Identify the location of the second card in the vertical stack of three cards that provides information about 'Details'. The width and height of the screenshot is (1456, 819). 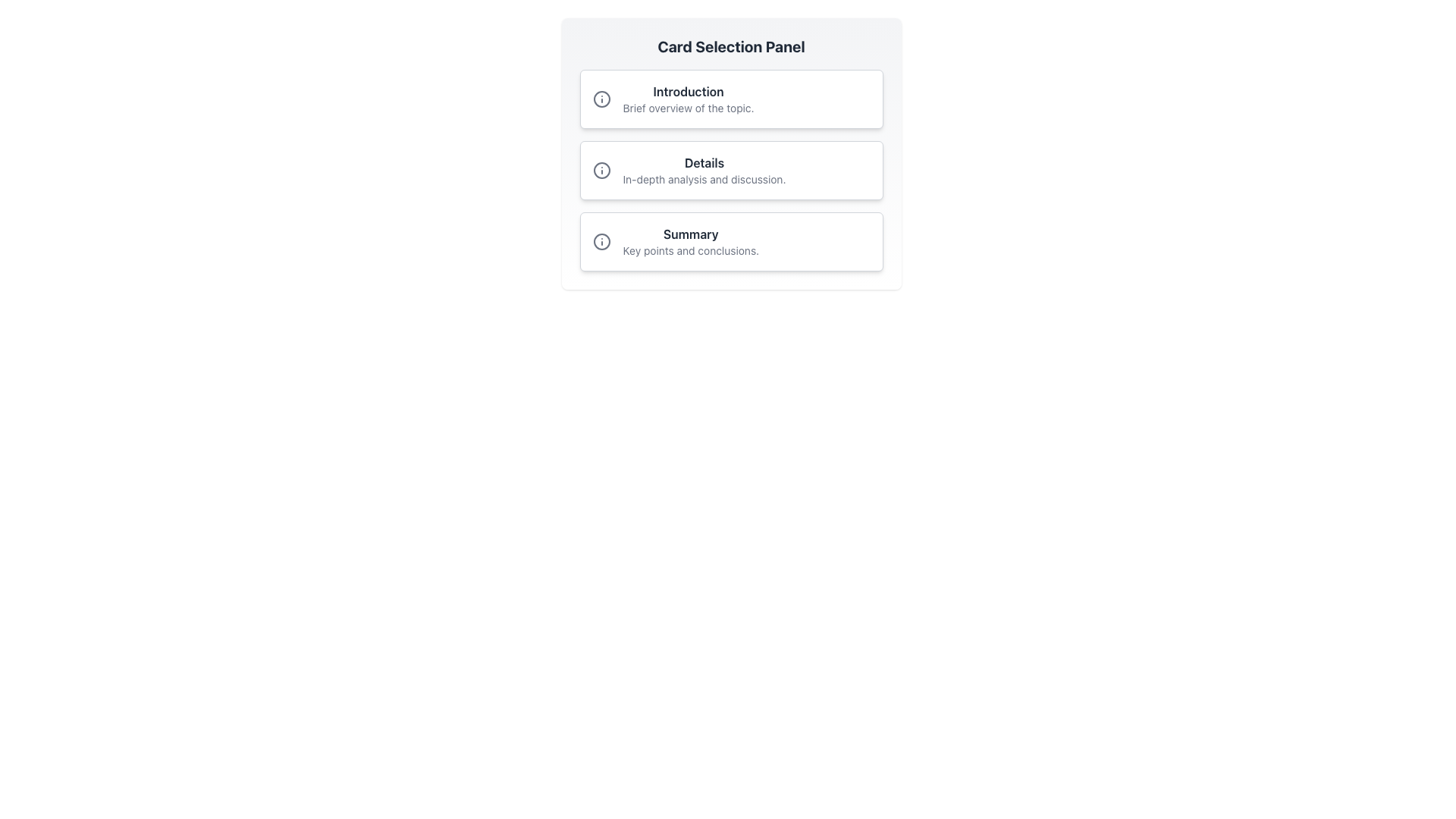
(731, 154).